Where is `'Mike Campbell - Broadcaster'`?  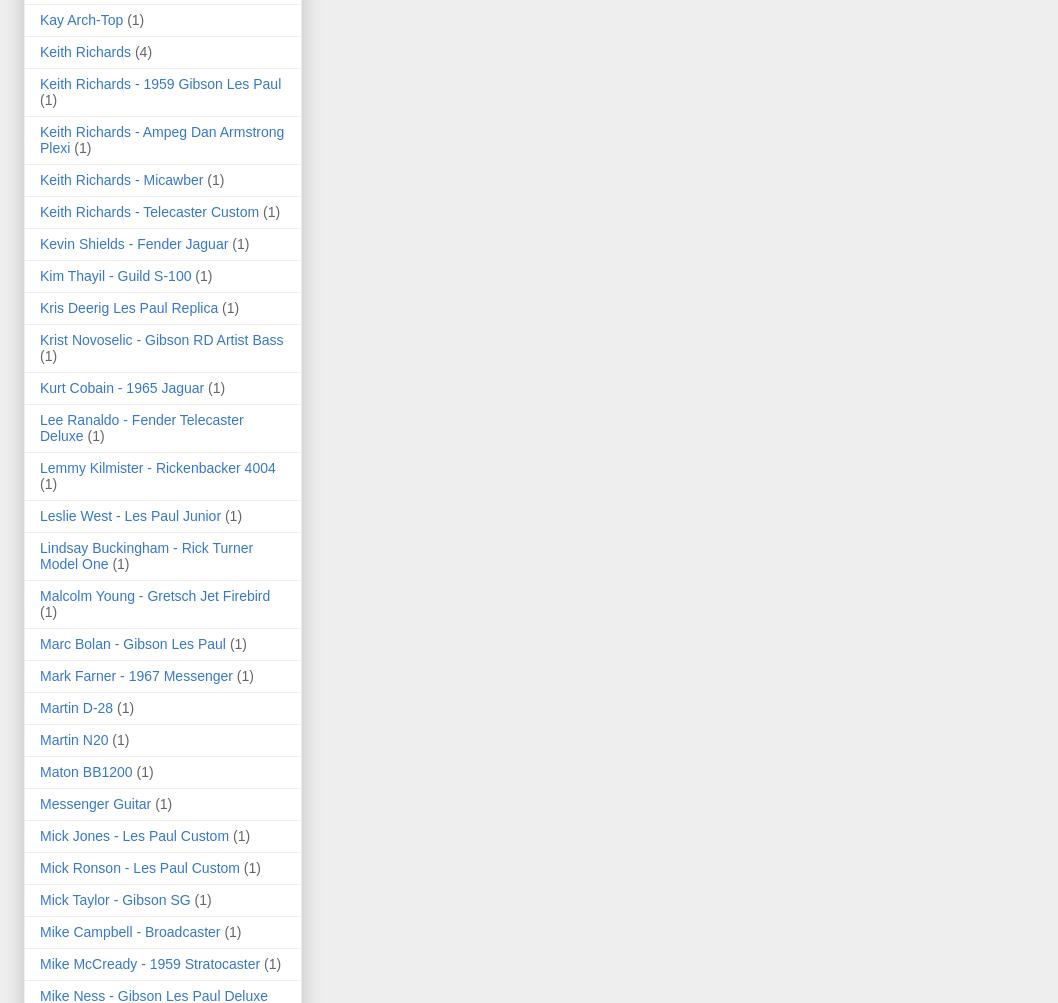
'Mike Campbell - Broadcaster' is located at coordinates (129, 929).